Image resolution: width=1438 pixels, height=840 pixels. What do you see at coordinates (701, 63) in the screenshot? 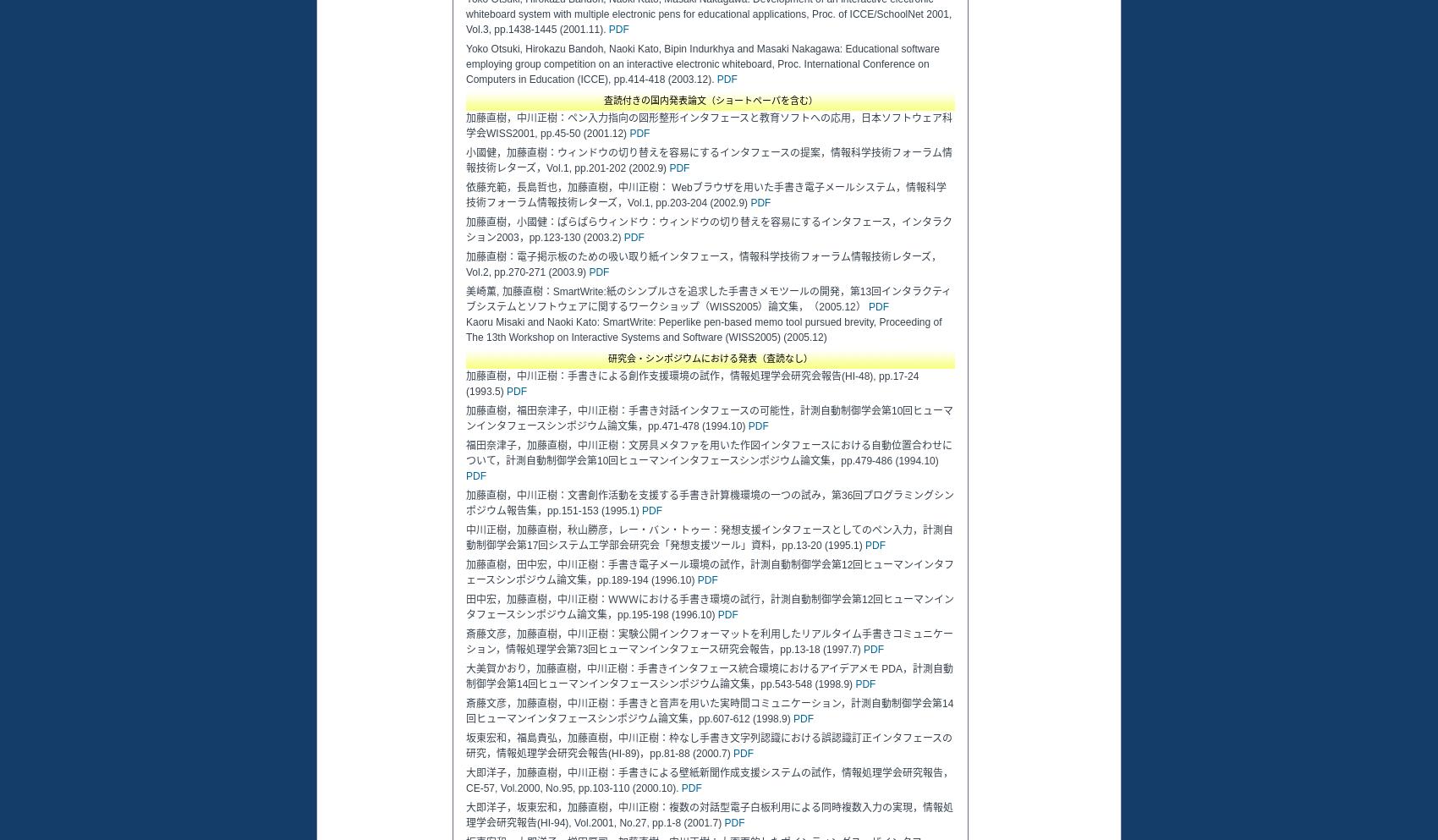
I see `'Yoko Otsuki, Hirokazu Bandoh, Naoki Kato, Bipin Indurkhya and Masaki Nakagawa: Educational software employing group competition on an interactive electronic whiteboard, Proc. International Conference on Computers in Education (ICCE), pp.414-418 (2003.12).'` at bounding box center [701, 63].